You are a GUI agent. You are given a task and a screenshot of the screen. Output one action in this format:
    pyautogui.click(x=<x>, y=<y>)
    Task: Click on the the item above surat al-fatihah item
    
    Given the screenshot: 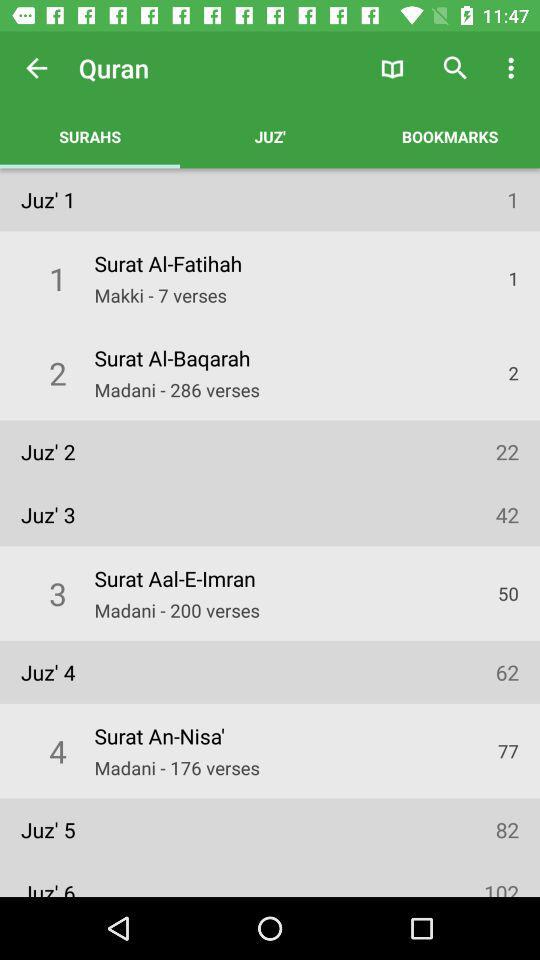 What is the action you would take?
    pyautogui.click(x=270, y=135)
    